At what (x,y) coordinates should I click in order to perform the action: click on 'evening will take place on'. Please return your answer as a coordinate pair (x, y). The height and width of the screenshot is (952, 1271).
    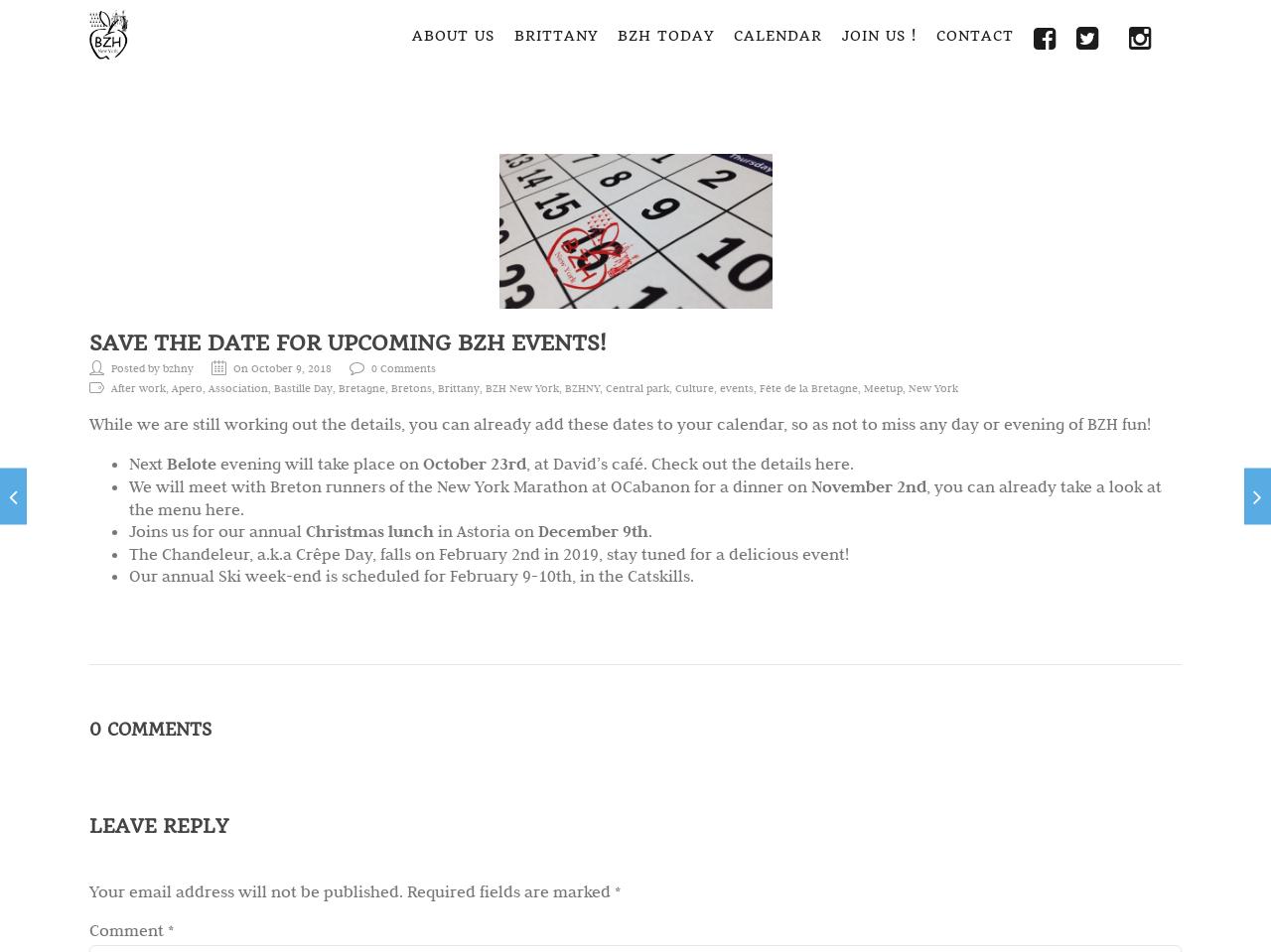
    Looking at the image, I should click on (215, 461).